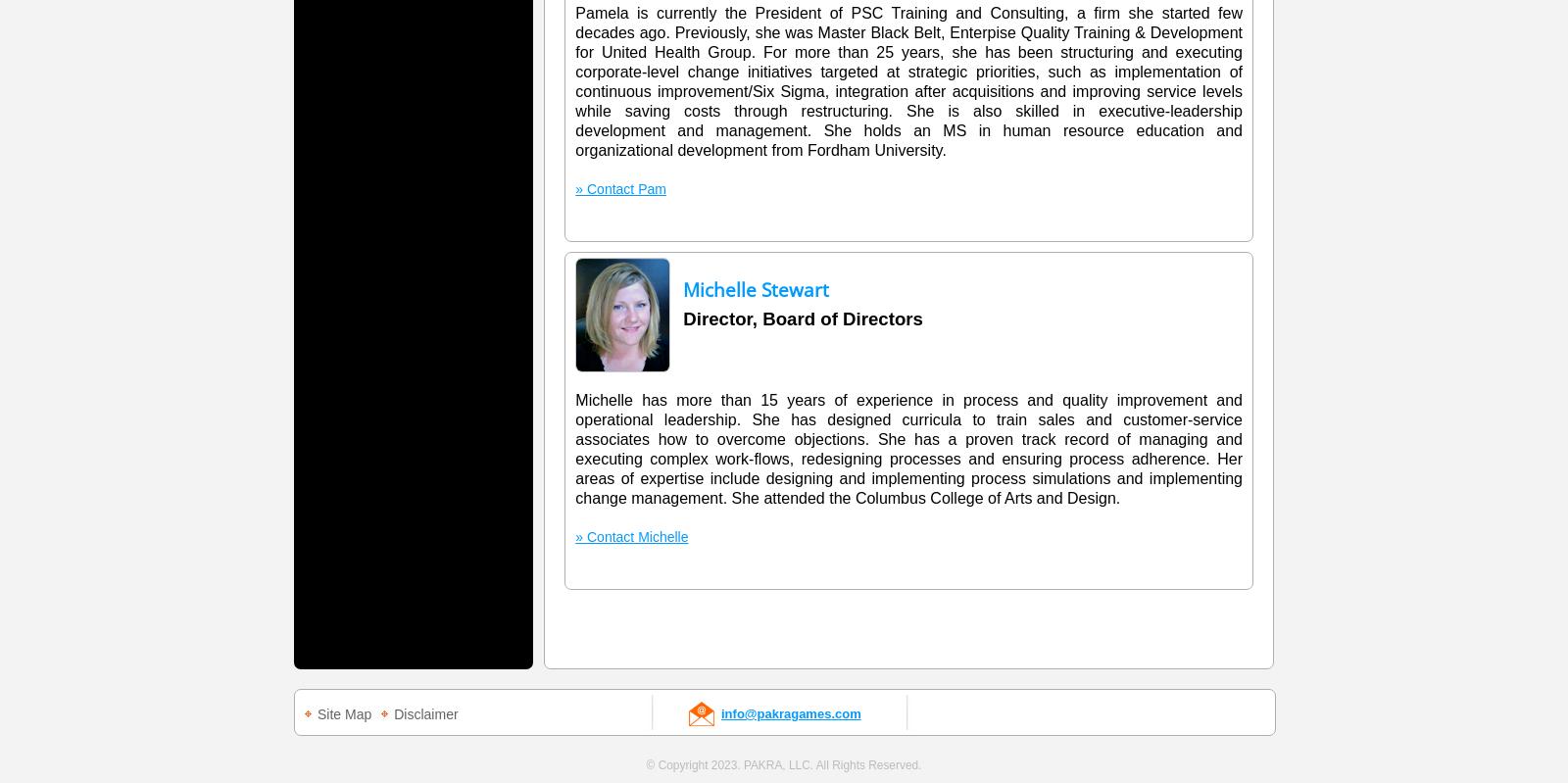 This screenshot has width=1568, height=783. What do you see at coordinates (682, 318) in the screenshot?
I see `'Director, Board of Directors'` at bounding box center [682, 318].